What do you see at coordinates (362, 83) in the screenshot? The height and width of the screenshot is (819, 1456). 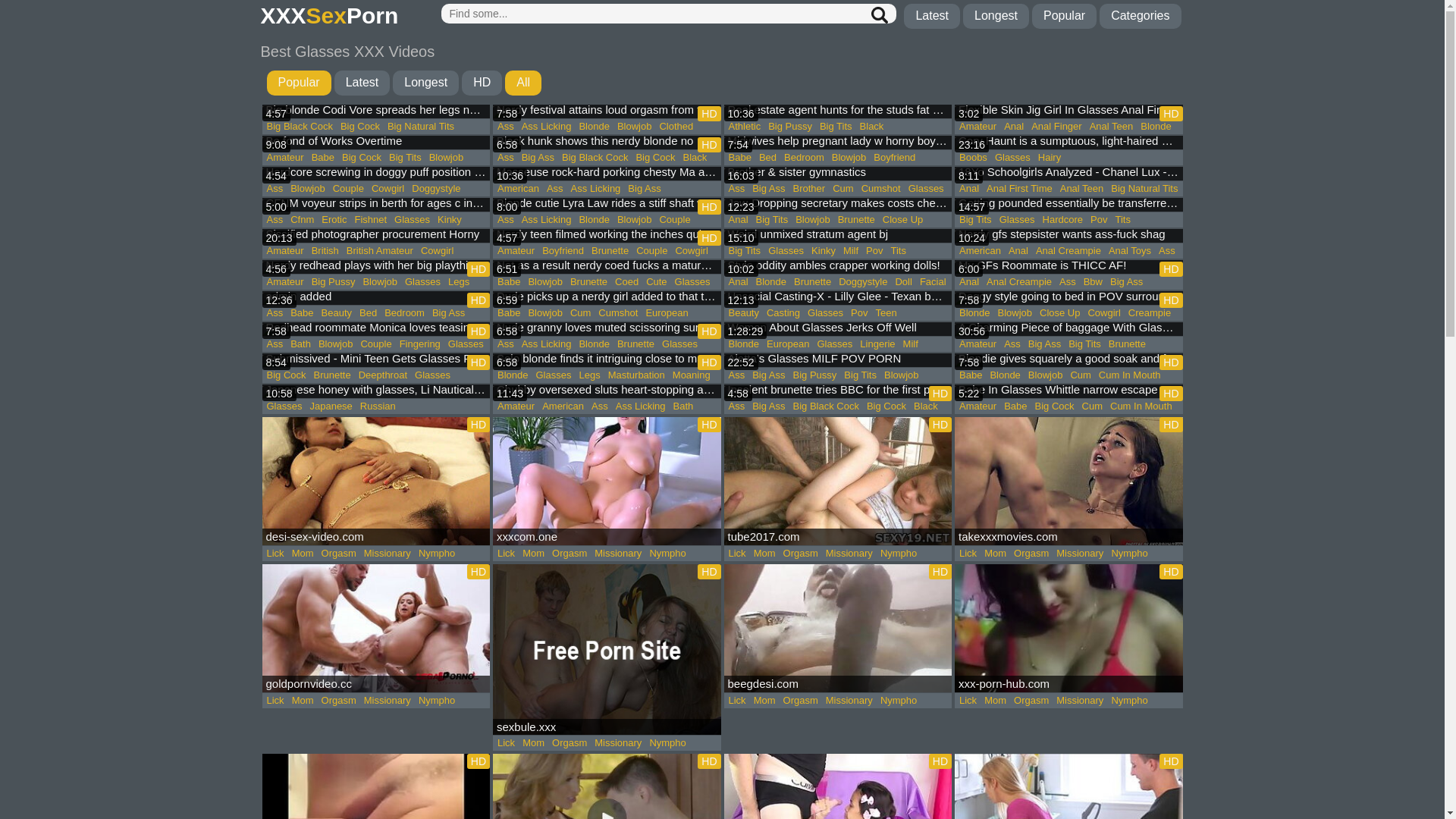 I see `'Latest'` at bounding box center [362, 83].